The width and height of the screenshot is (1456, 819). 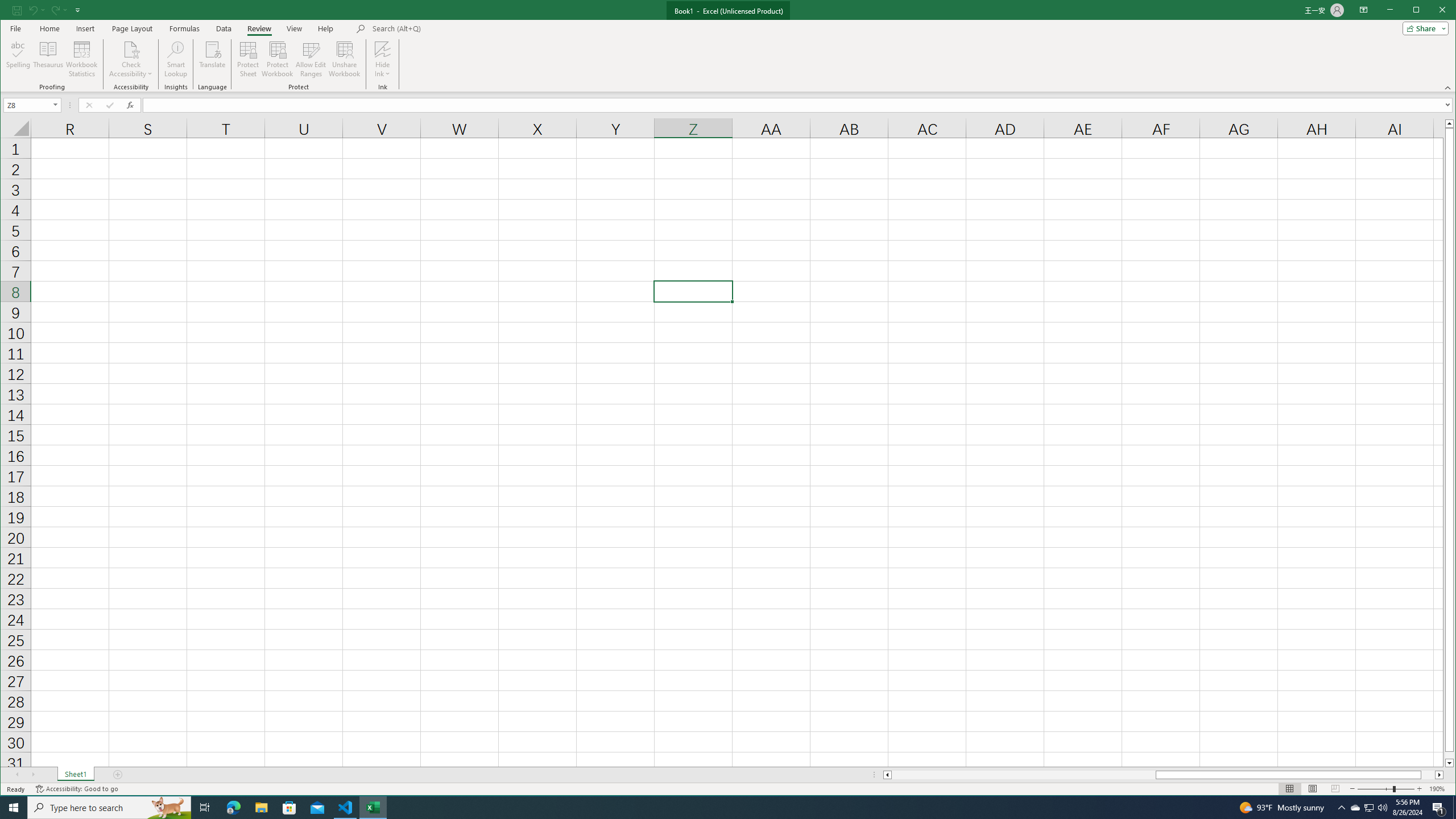 What do you see at coordinates (311, 59) in the screenshot?
I see `'Allow Edit Ranges'` at bounding box center [311, 59].